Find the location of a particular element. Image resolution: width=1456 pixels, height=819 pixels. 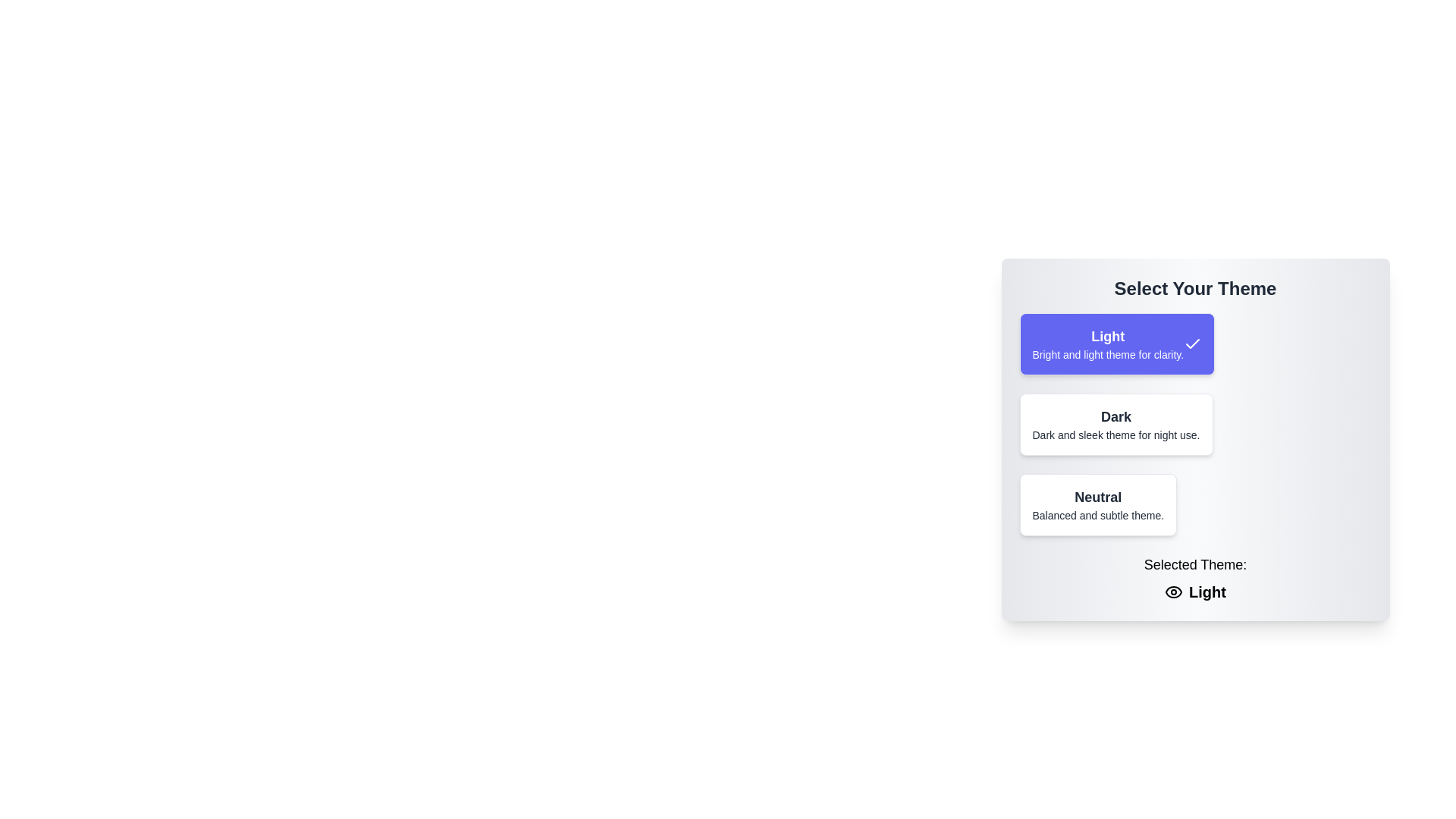

the text label displaying 'Bright and light theme for clarity.', which is styled in a smaller font and located within a highlighted rectangular section under the sibling text 'Light' is located at coordinates (1108, 354).